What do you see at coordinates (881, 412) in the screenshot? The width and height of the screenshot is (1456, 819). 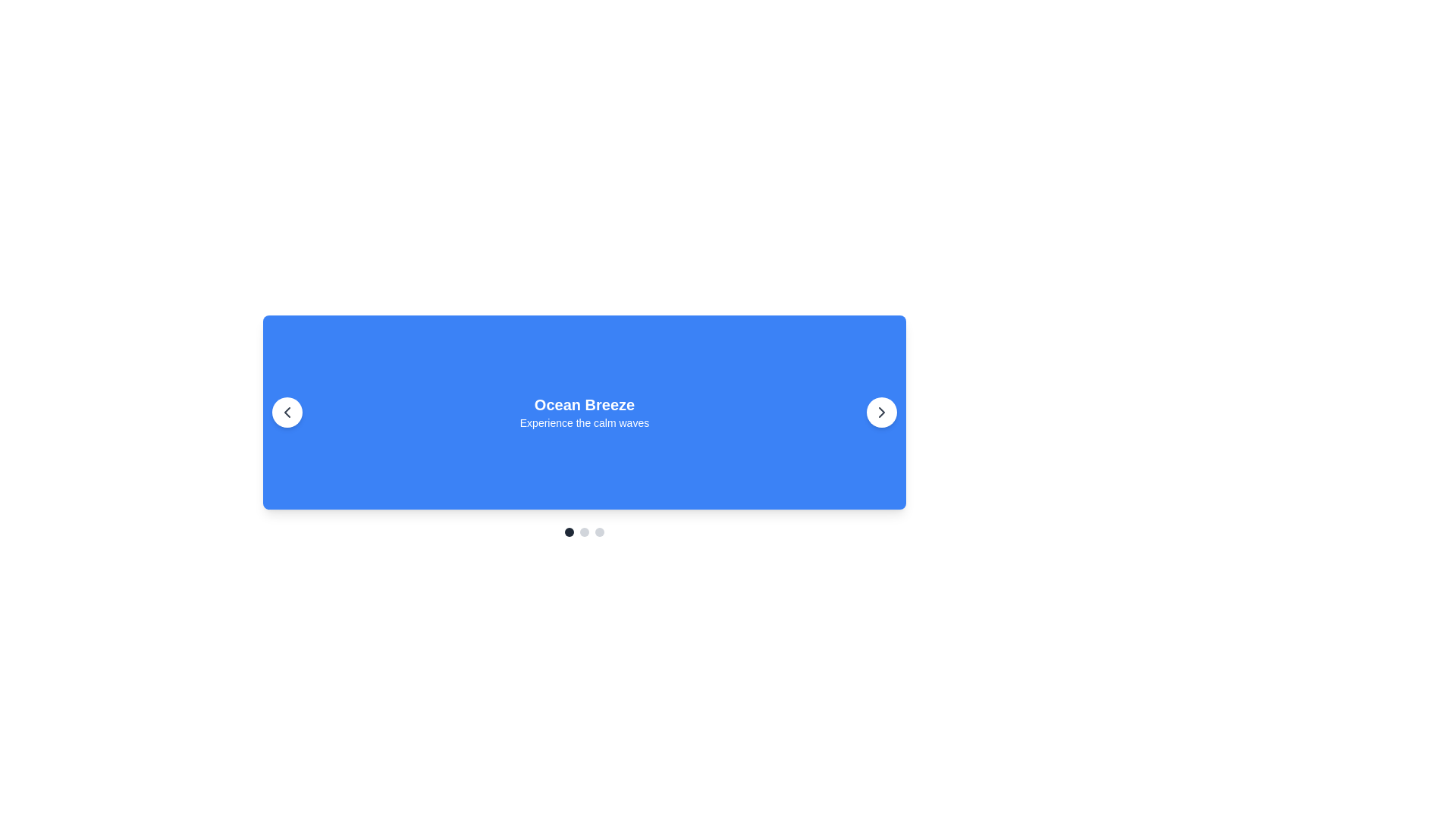 I see `the forward navigation button located on the right side of the carousel interface to trigger hover effects` at bounding box center [881, 412].